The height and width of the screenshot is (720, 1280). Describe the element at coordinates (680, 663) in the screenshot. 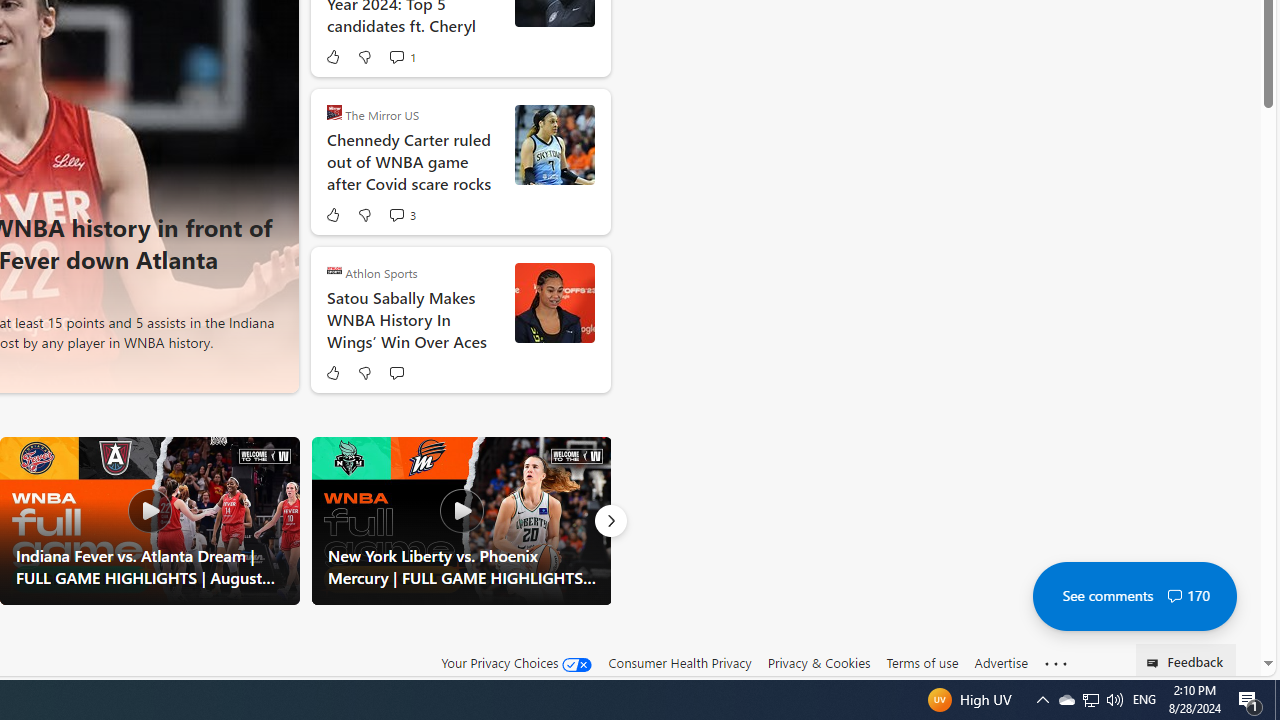

I see `'Consumer Health Privacy'` at that location.